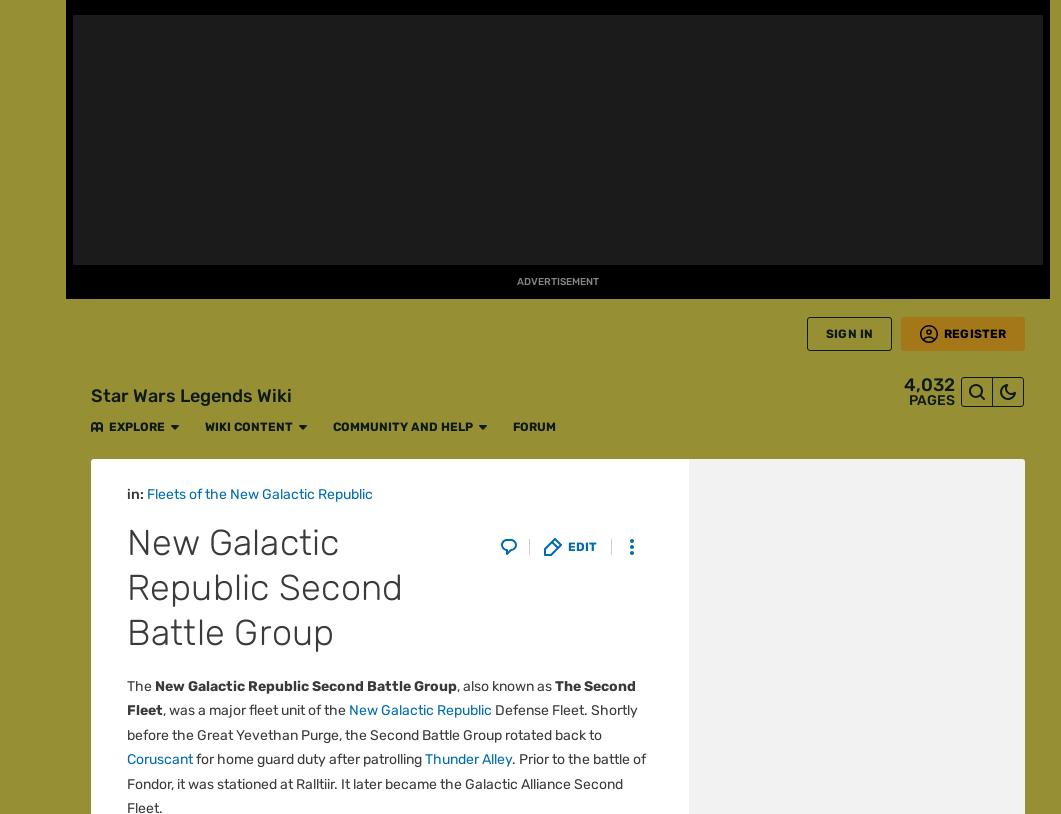 The width and height of the screenshot is (1061, 814). Describe the element at coordinates (32, 191) in the screenshot. I see `'Fan Central'` at that location.